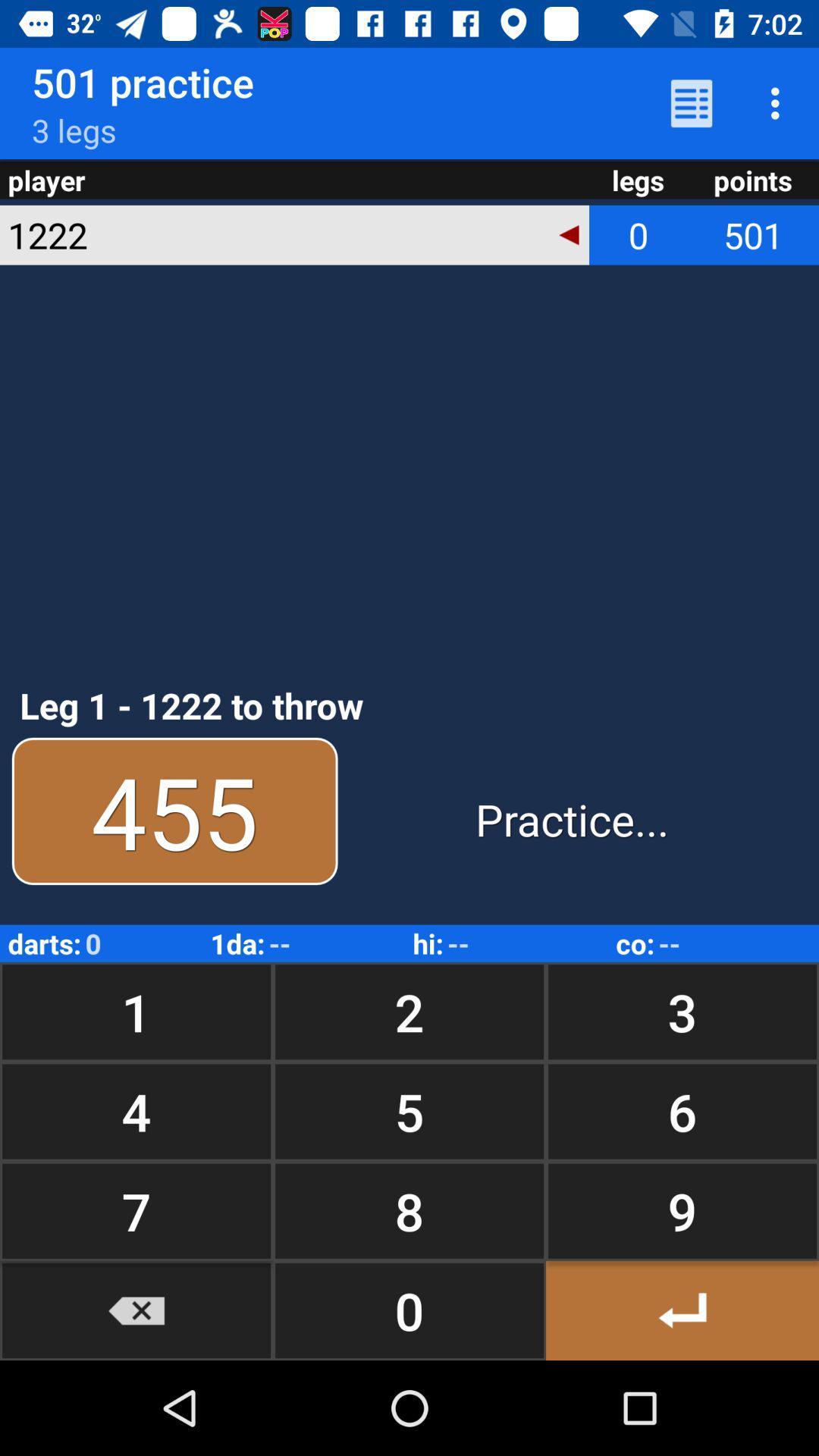  What do you see at coordinates (691, 102) in the screenshot?
I see `the icon above legs app` at bounding box center [691, 102].